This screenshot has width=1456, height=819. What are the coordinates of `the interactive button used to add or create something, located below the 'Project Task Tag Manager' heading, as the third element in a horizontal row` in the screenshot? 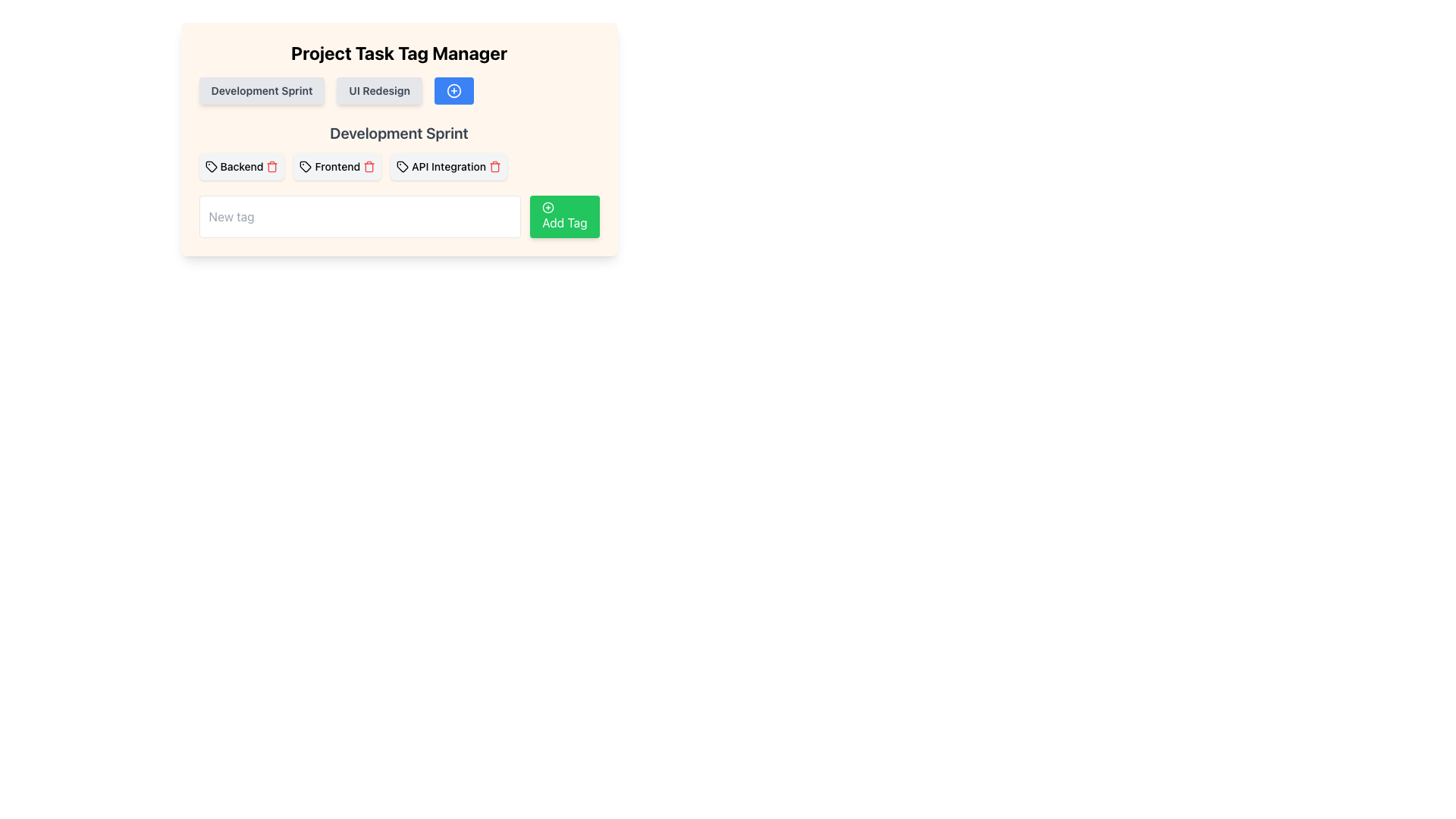 It's located at (453, 90).